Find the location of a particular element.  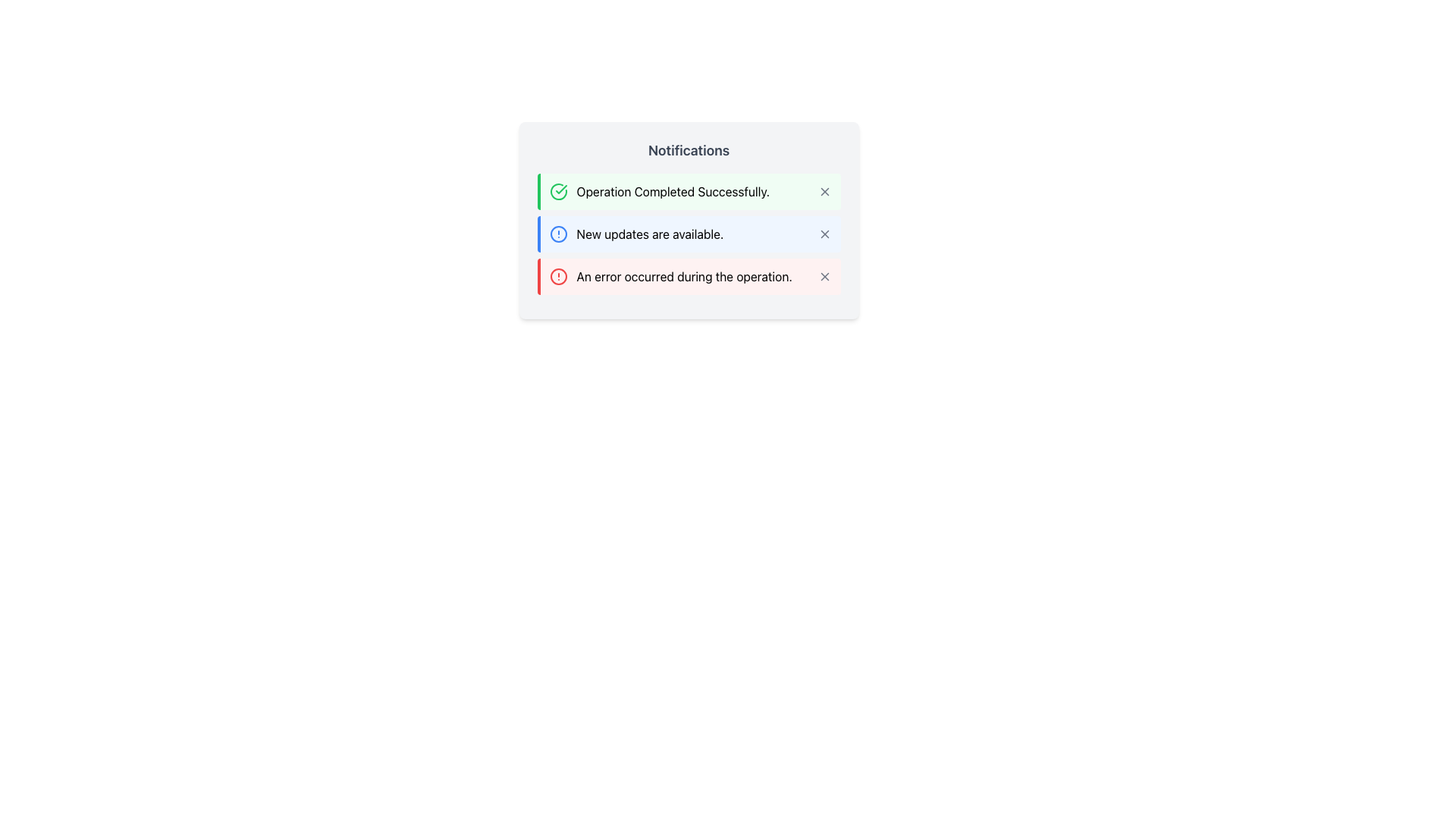

the circular alert icon with a red border, which indicates an error state, positioned to the left of the notification message 'An error occurred during the operation.' is located at coordinates (557, 277).